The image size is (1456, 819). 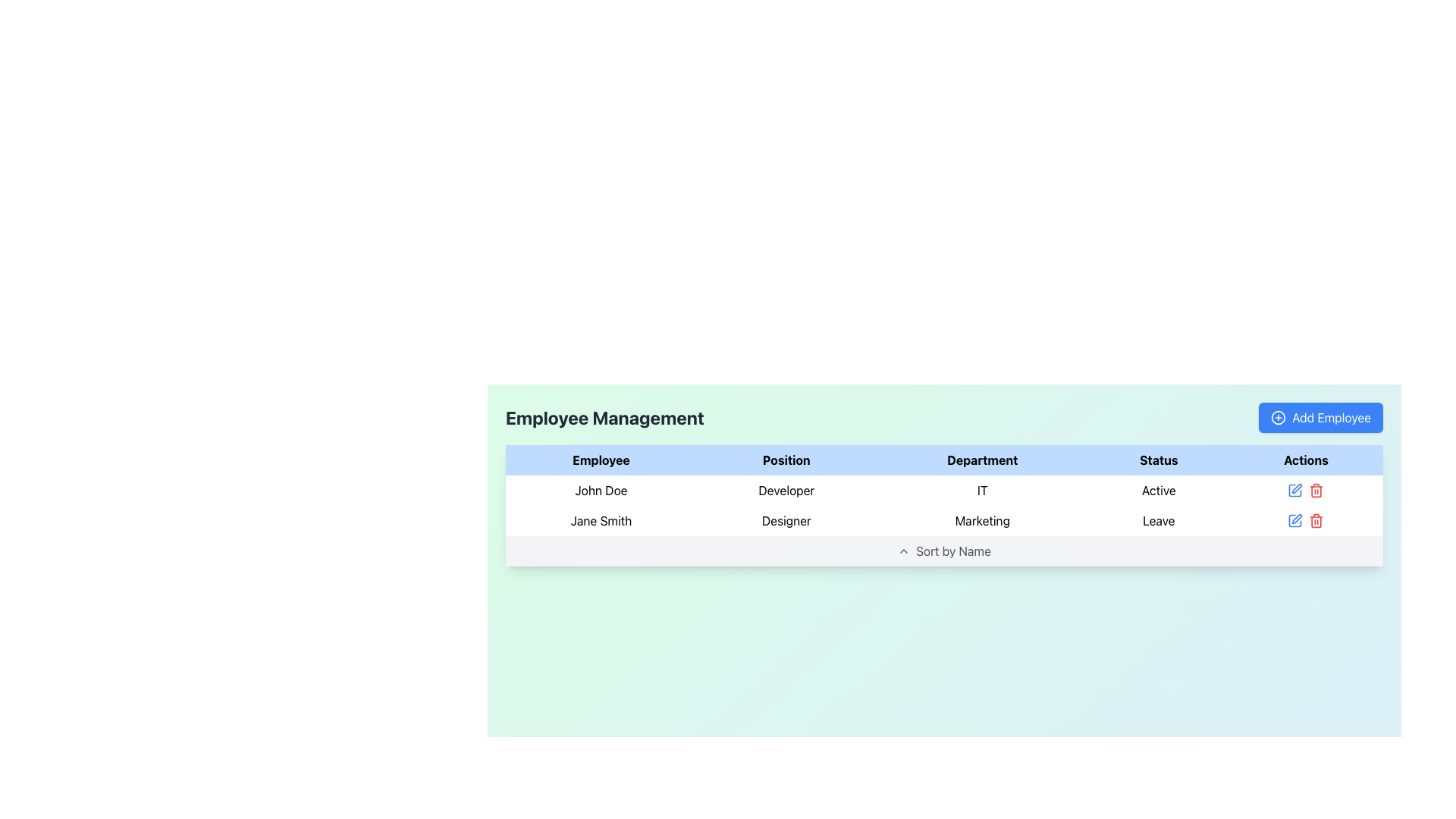 I want to click on the 'Add Employee' icon which is visually indicated to add a new employee and is located at the right of the 'Add Employee' button, so click(x=1278, y=418).